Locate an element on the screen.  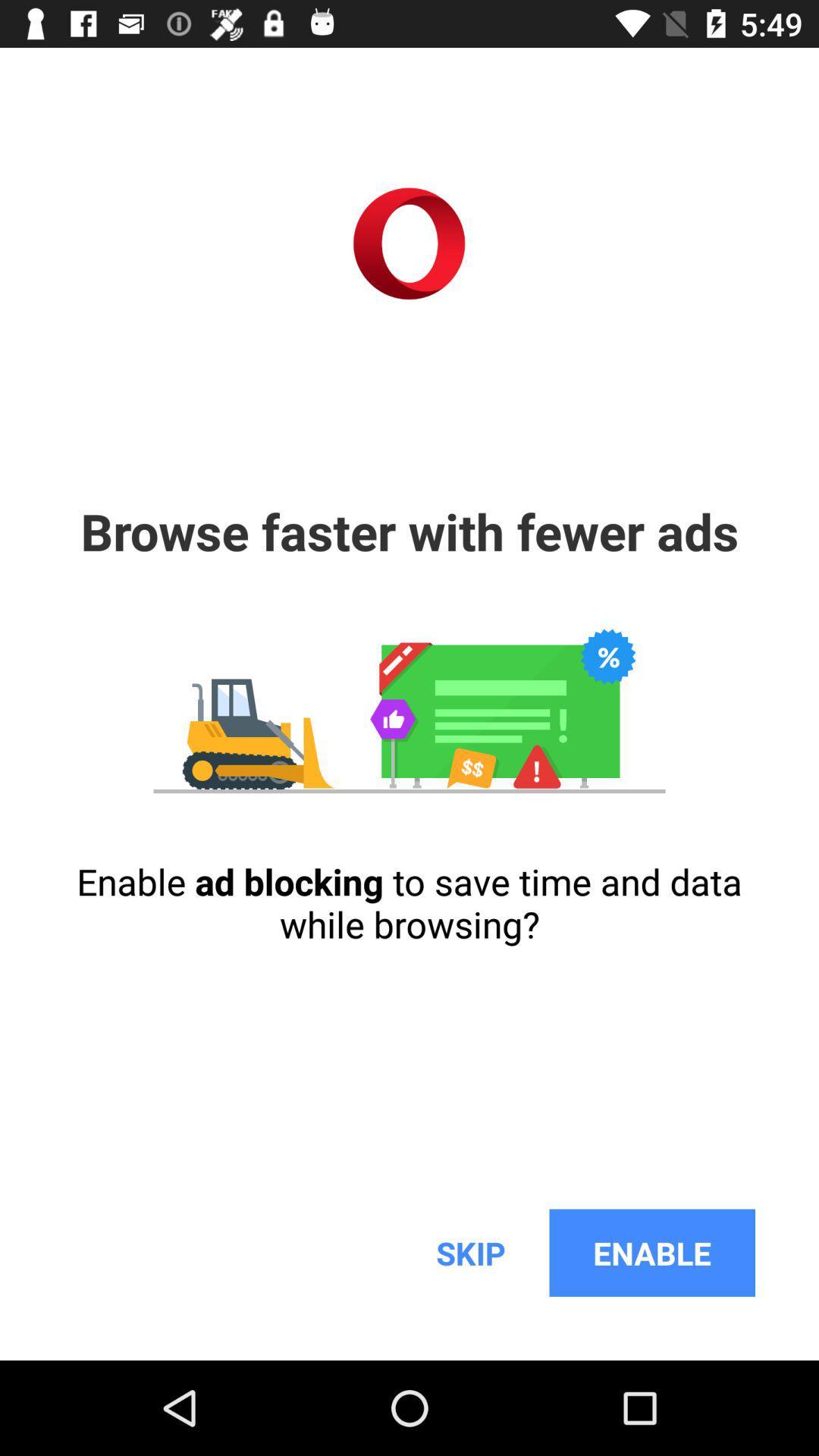
skip is located at coordinates (470, 1253).